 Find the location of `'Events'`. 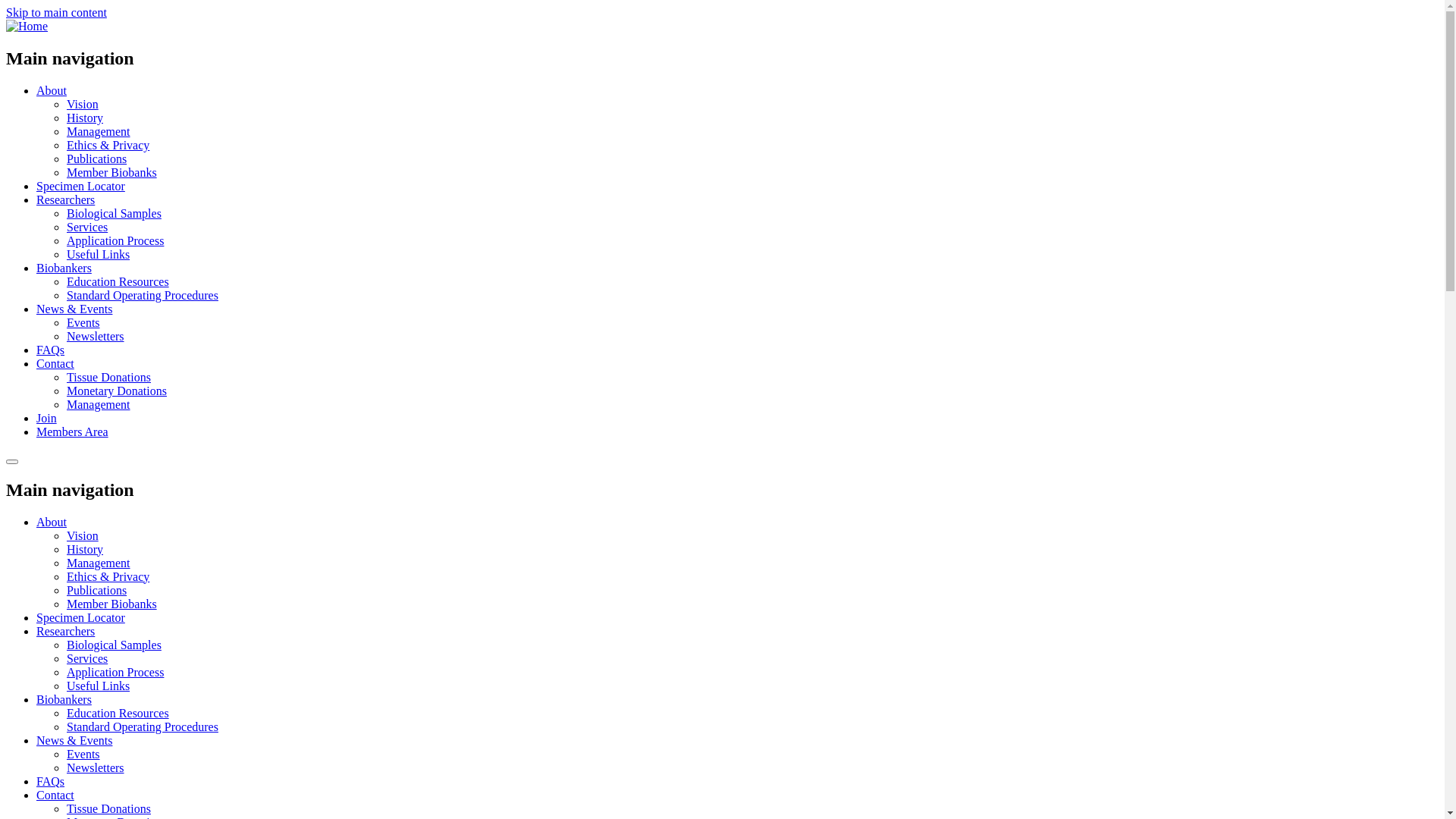

'Events' is located at coordinates (83, 322).